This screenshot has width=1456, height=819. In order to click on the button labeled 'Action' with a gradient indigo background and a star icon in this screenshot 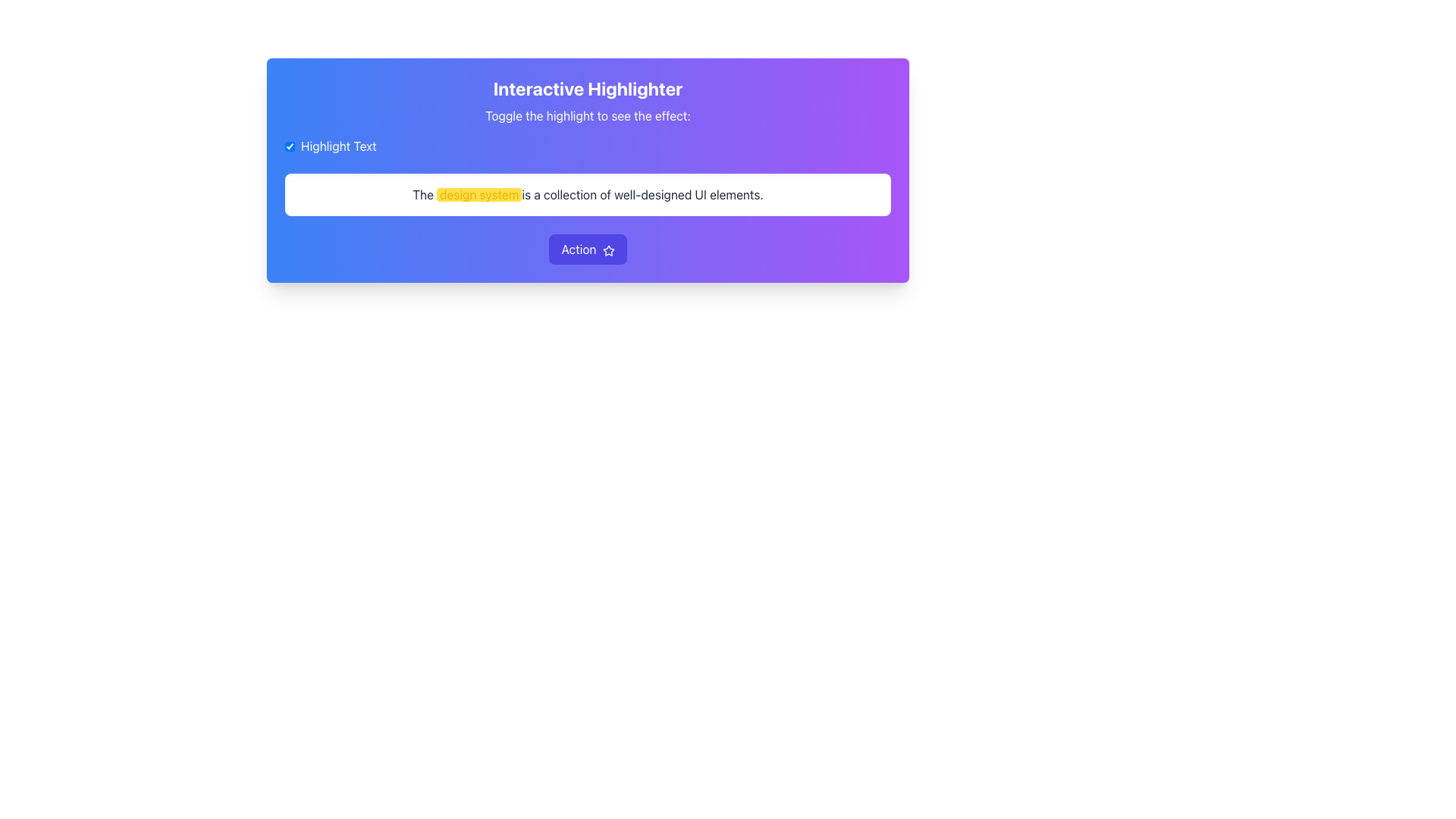, I will do `click(587, 248)`.